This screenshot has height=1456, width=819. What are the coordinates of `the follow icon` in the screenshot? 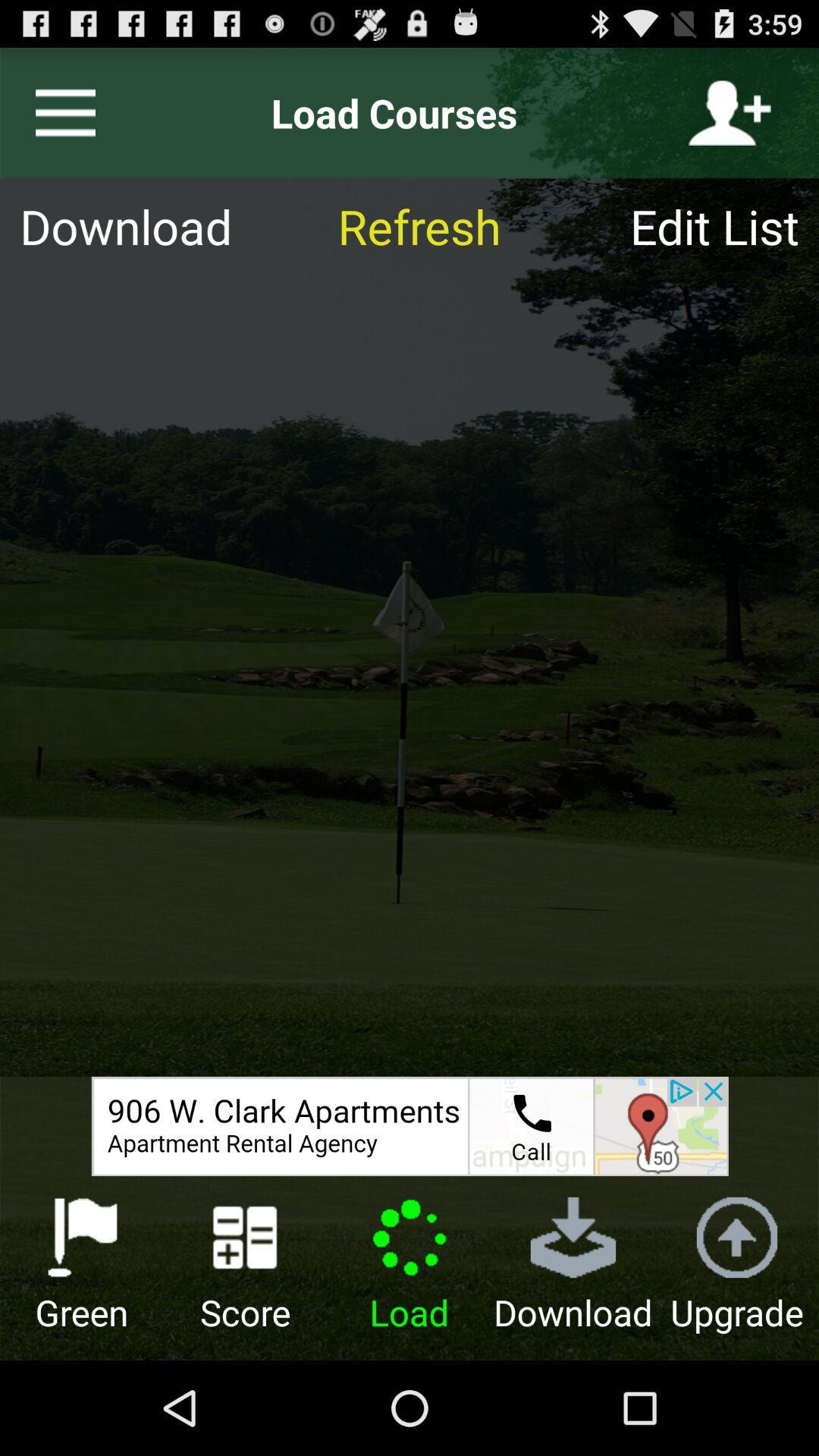 It's located at (729, 120).